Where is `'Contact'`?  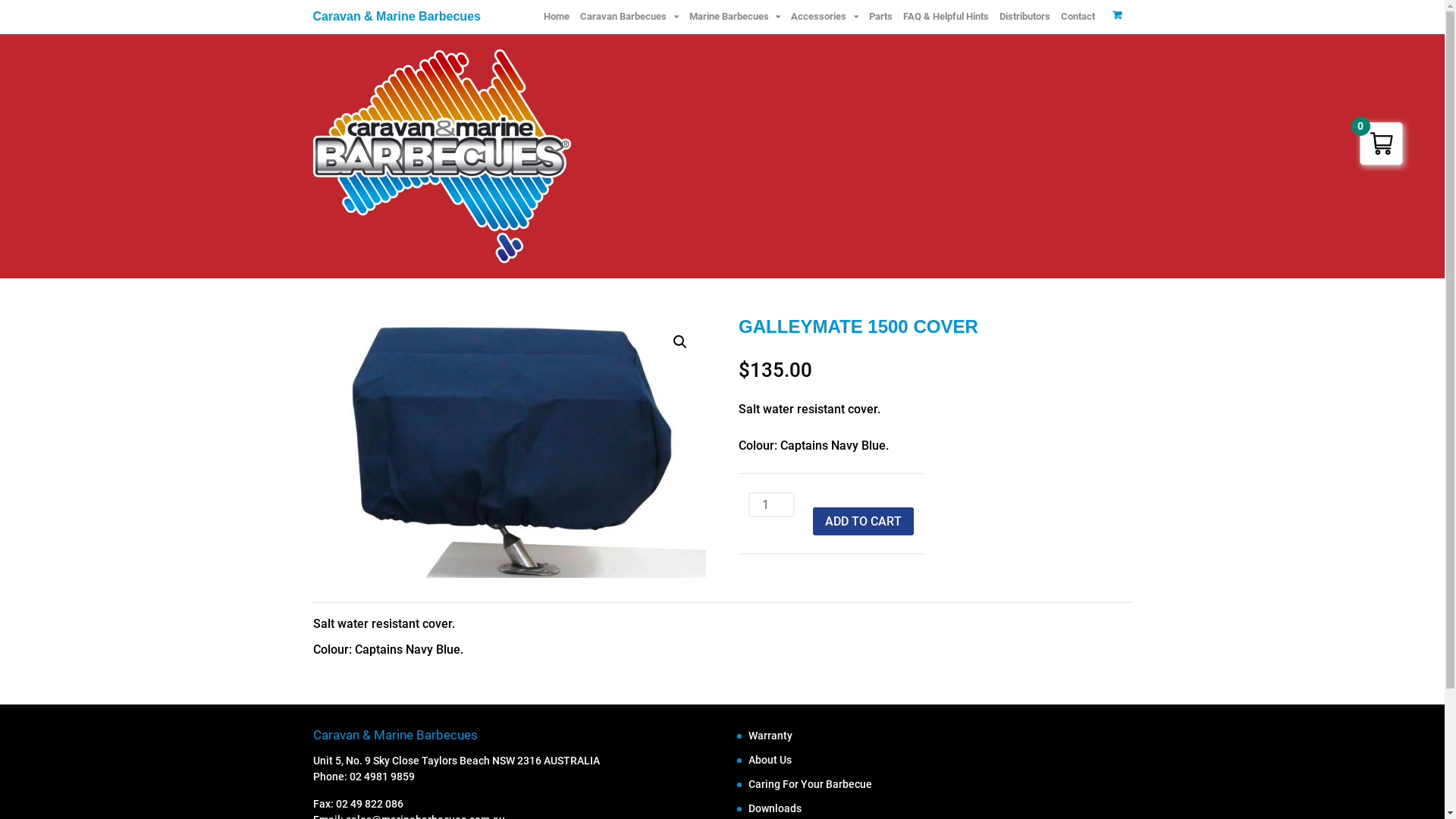 'Contact' is located at coordinates (1077, 17).